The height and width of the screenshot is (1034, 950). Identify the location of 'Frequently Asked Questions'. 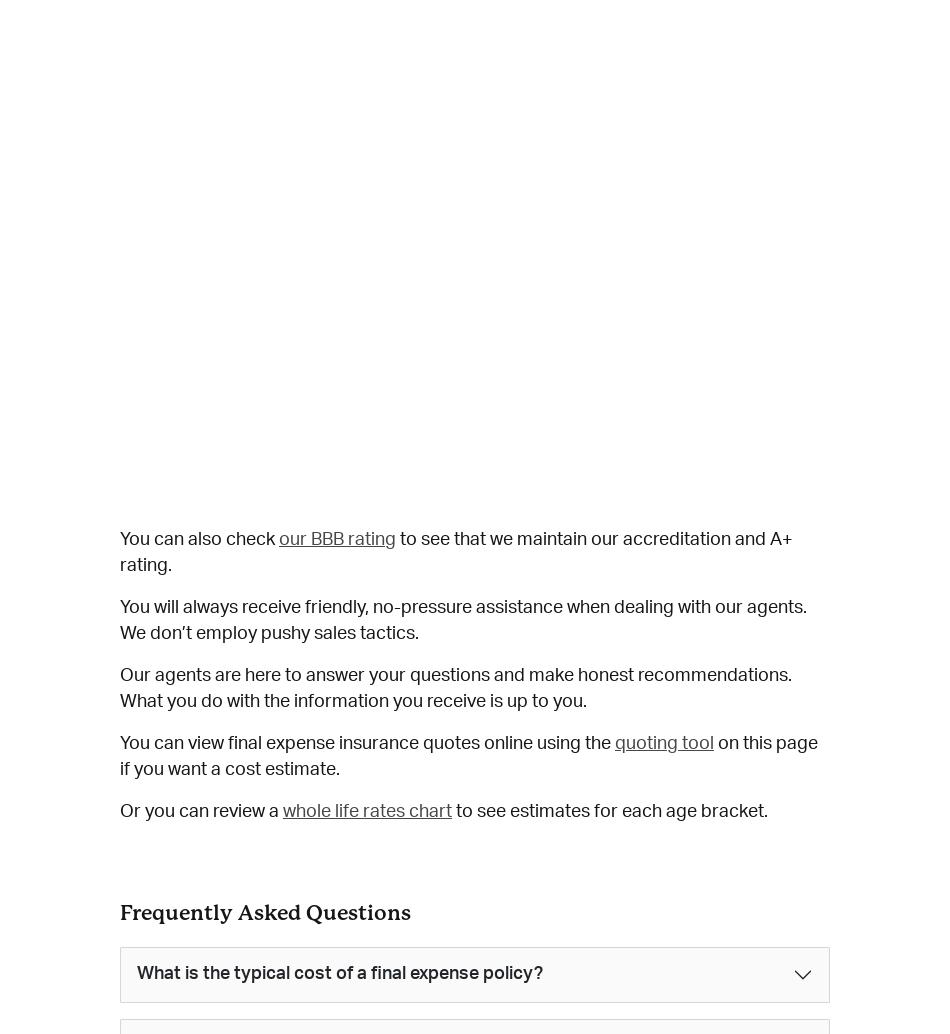
(264, 911).